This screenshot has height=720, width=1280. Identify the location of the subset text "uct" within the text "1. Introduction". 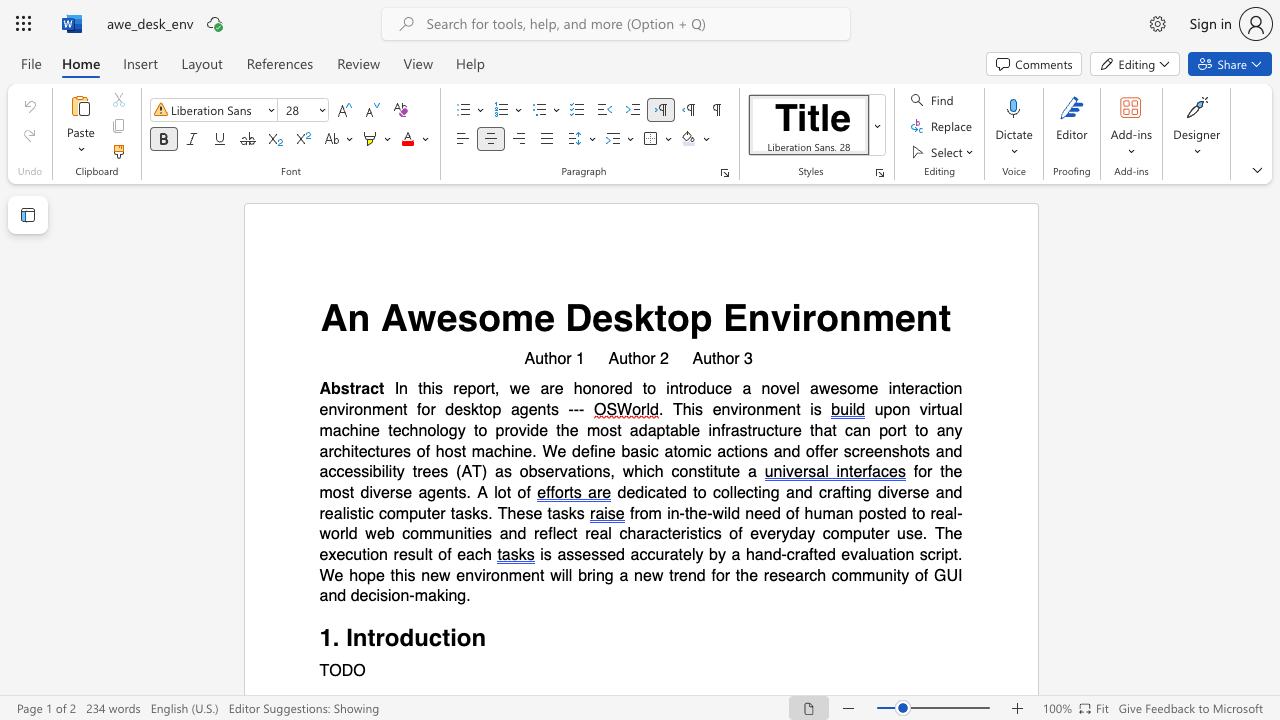
(413, 638).